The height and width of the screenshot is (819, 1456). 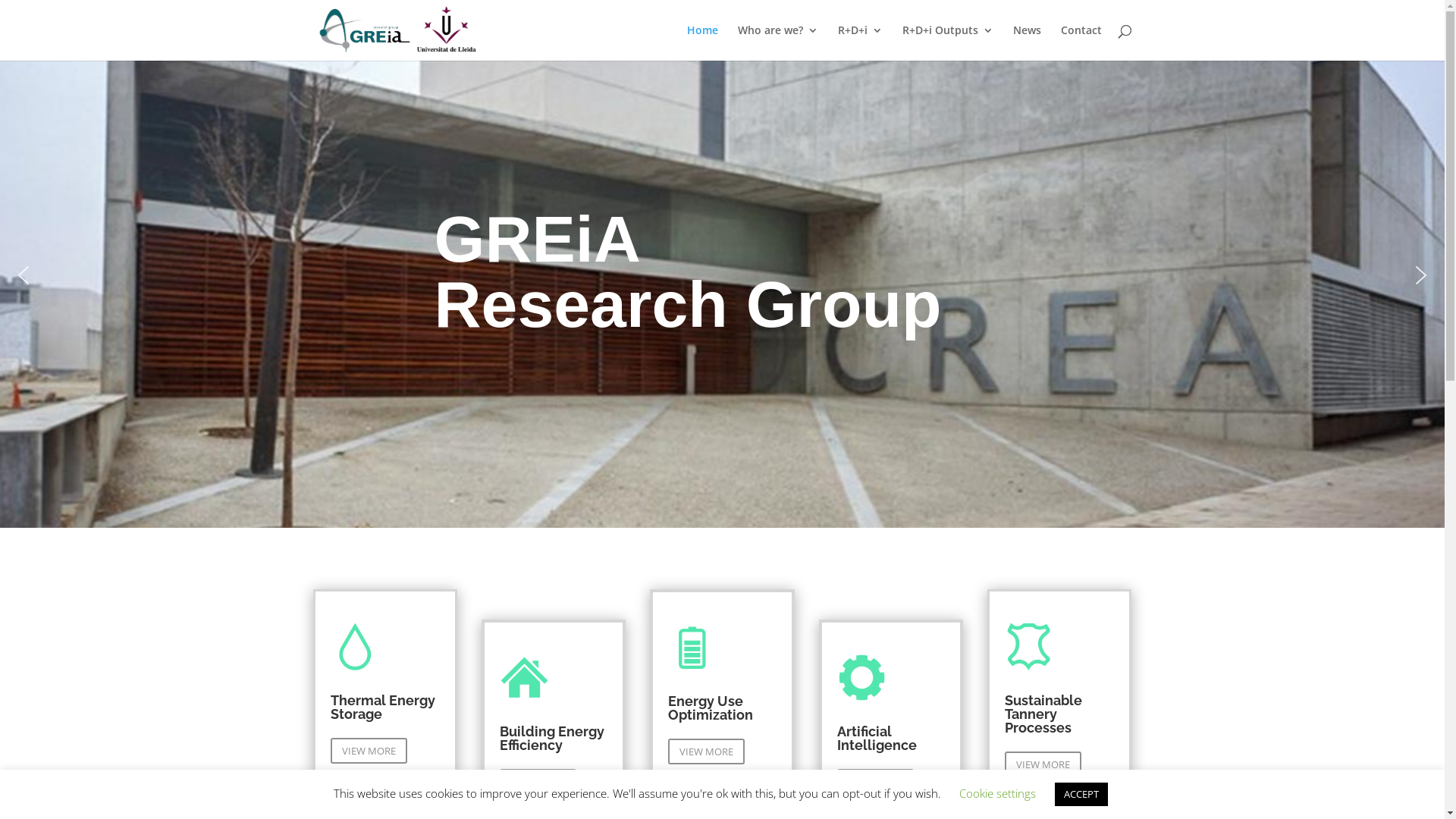 What do you see at coordinates (777, 42) in the screenshot?
I see `'Who are we?'` at bounding box center [777, 42].